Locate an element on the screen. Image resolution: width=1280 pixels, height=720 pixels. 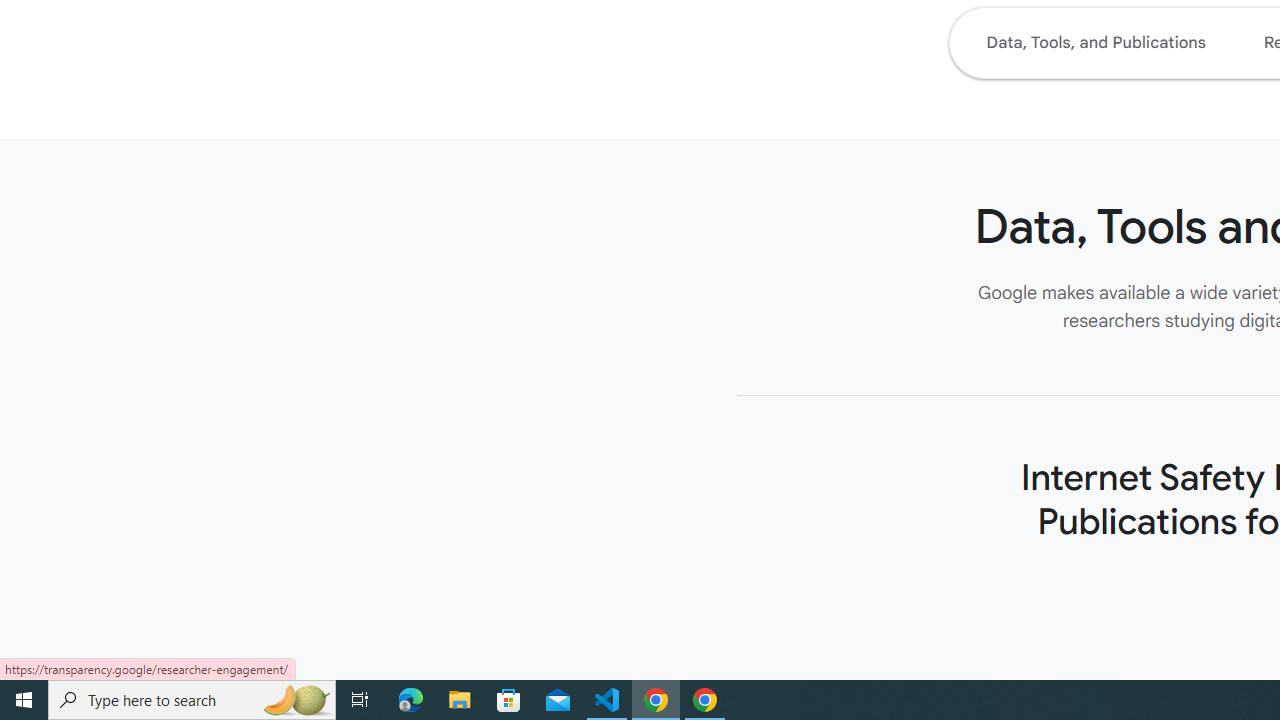
'Data, Tools, and Publications' is located at coordinates (1094, 42).